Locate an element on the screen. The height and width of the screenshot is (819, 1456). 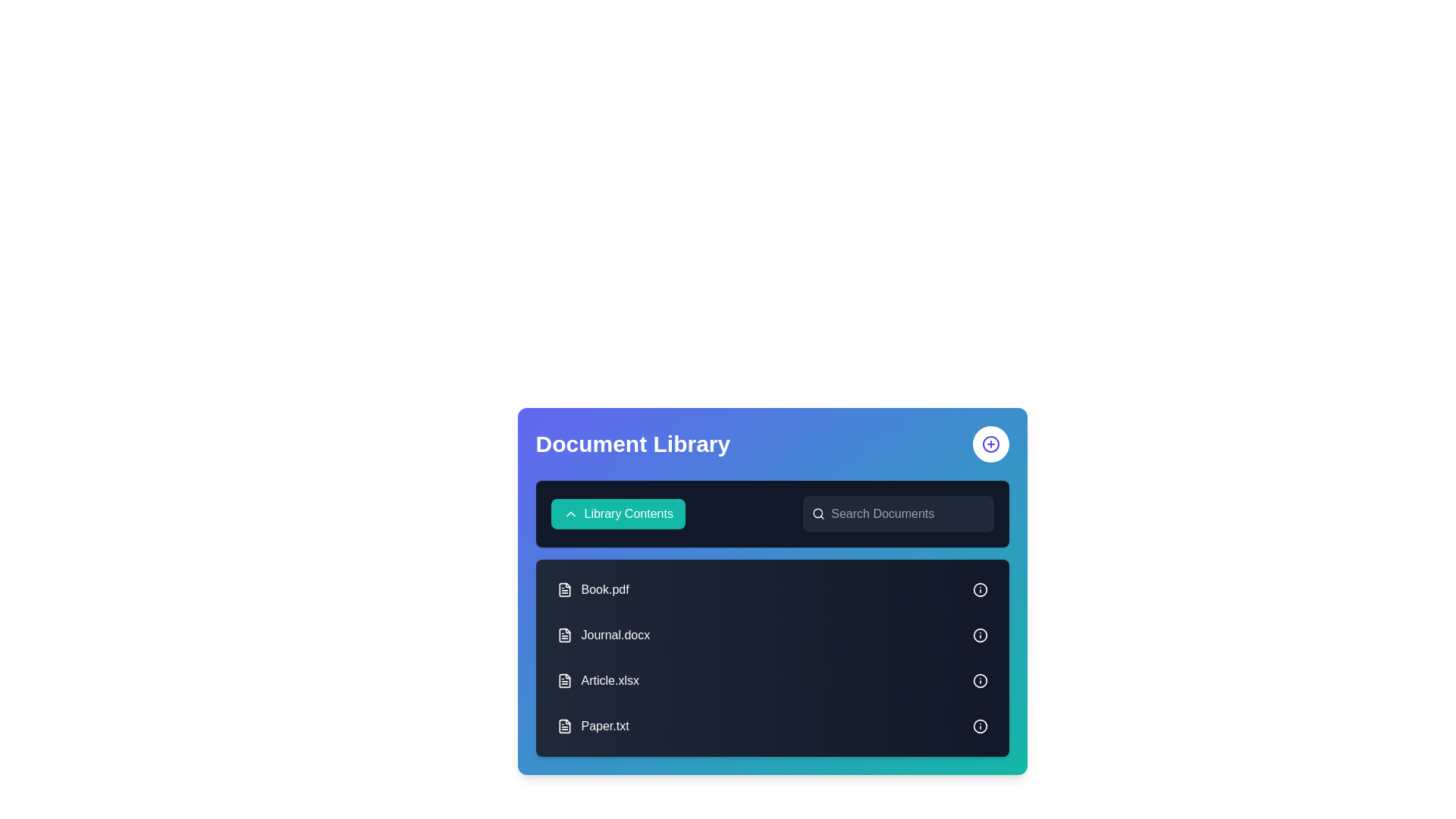
the 'Book.pdf' file item in the 'Document Library' is located at coordinates (592, 589).